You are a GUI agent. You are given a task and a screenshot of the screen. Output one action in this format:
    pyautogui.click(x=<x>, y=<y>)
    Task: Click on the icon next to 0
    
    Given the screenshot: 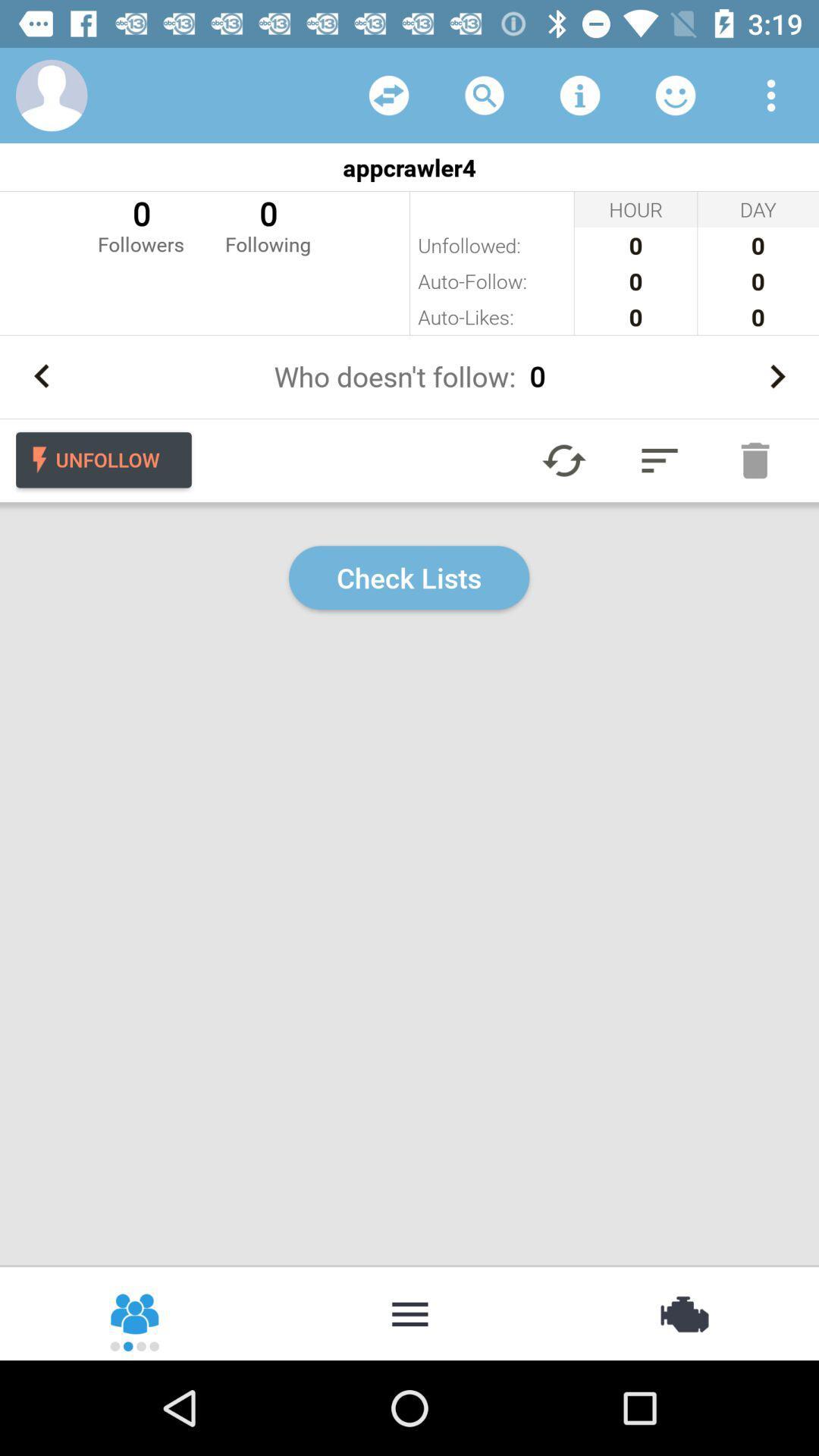 What is the action you would take?
    pyautogui.click(x=140, y=224)
    